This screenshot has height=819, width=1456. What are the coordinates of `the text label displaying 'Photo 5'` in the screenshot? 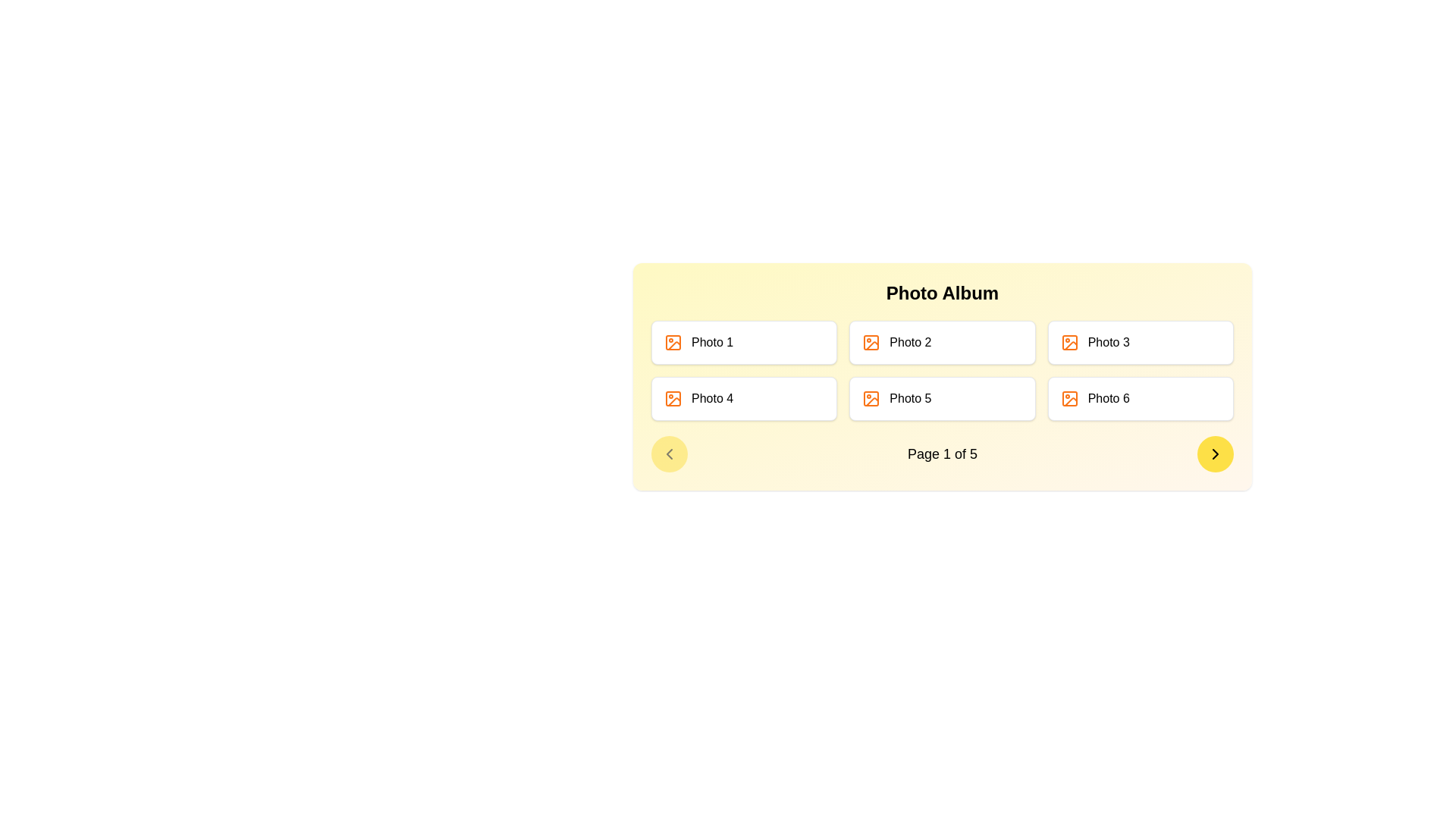 It's located at (910, 397).